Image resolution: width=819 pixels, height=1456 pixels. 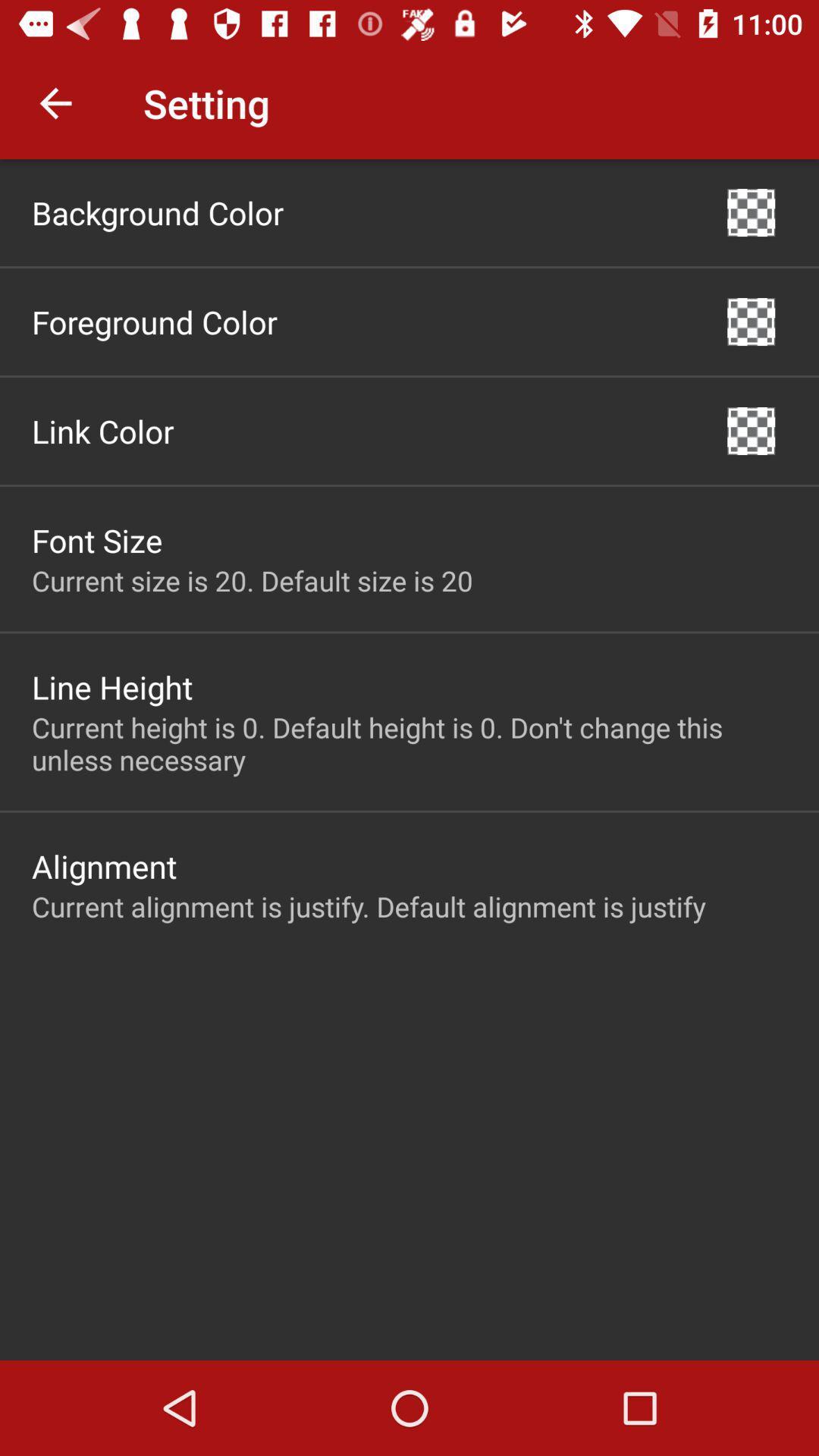 I want to click on the icon next to foreground color icon, so click(x=751, y=321).